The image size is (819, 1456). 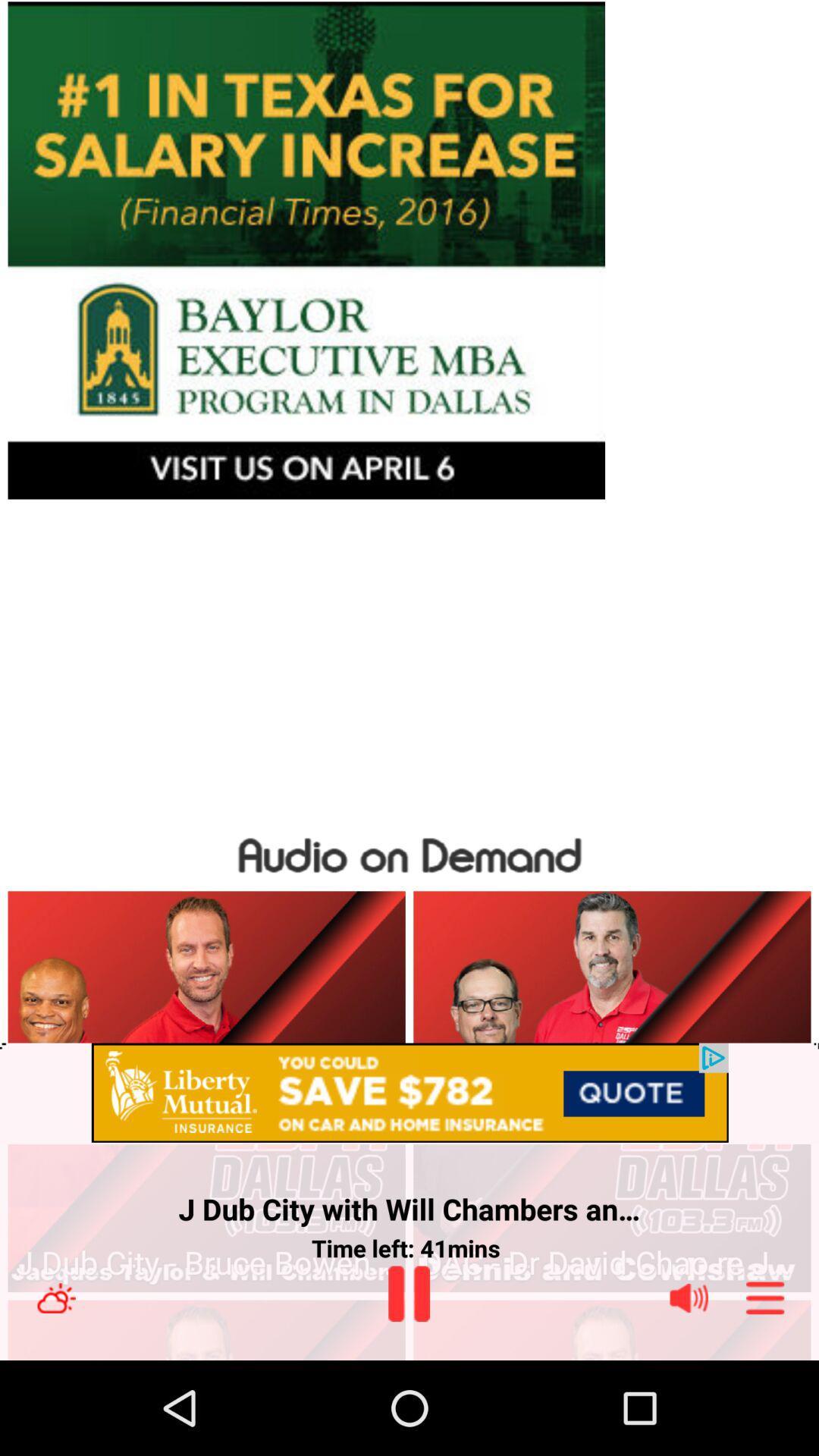 I want to click on the blinking box with picture means thats where you can adjust your volume, so click(x=689, y=1297).